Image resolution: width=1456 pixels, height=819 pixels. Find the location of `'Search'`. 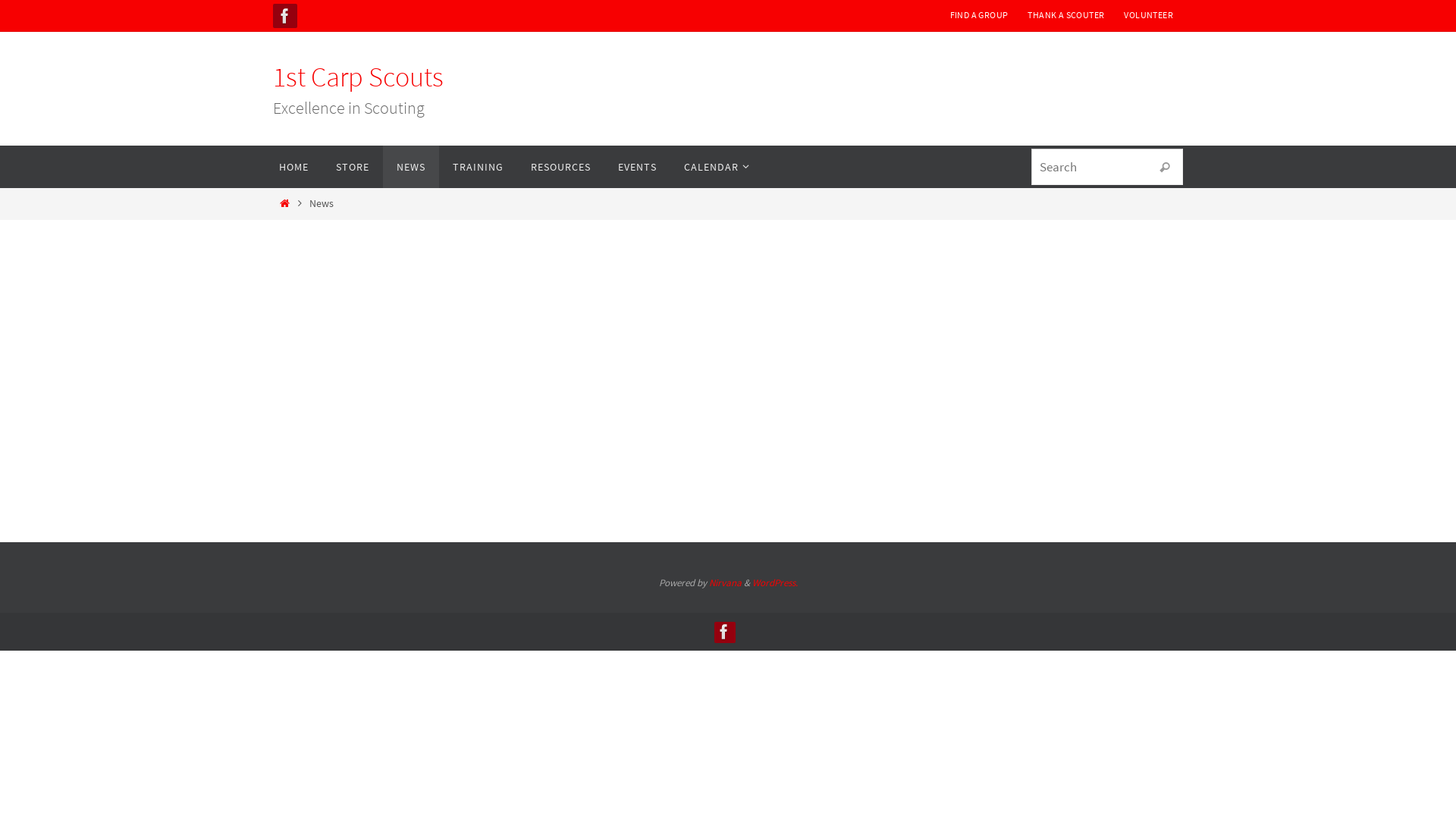

'Search' is located at coordinates (1164, 167).